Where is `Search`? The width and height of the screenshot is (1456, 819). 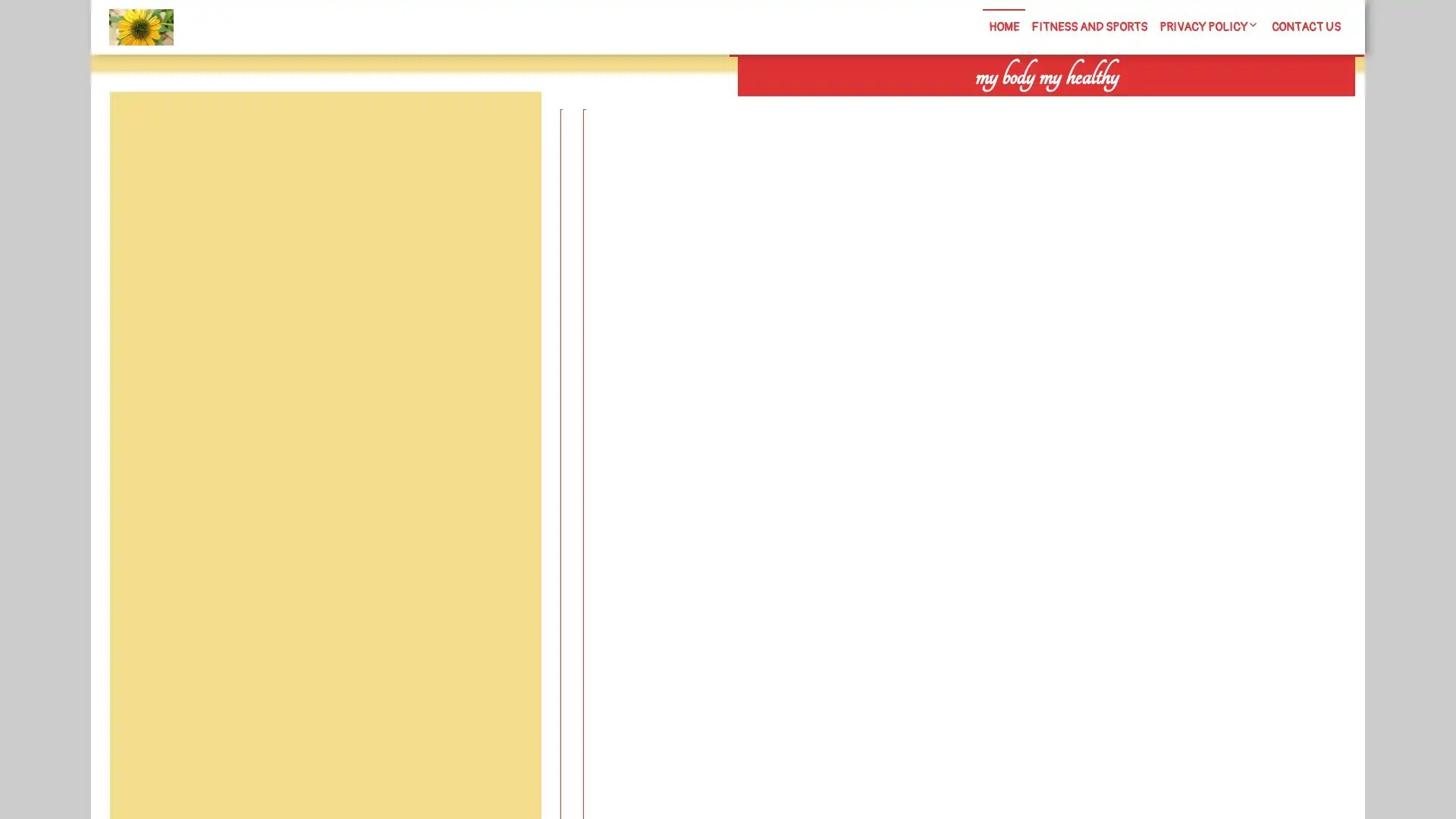 Search is located at coordinates (1181, 106).